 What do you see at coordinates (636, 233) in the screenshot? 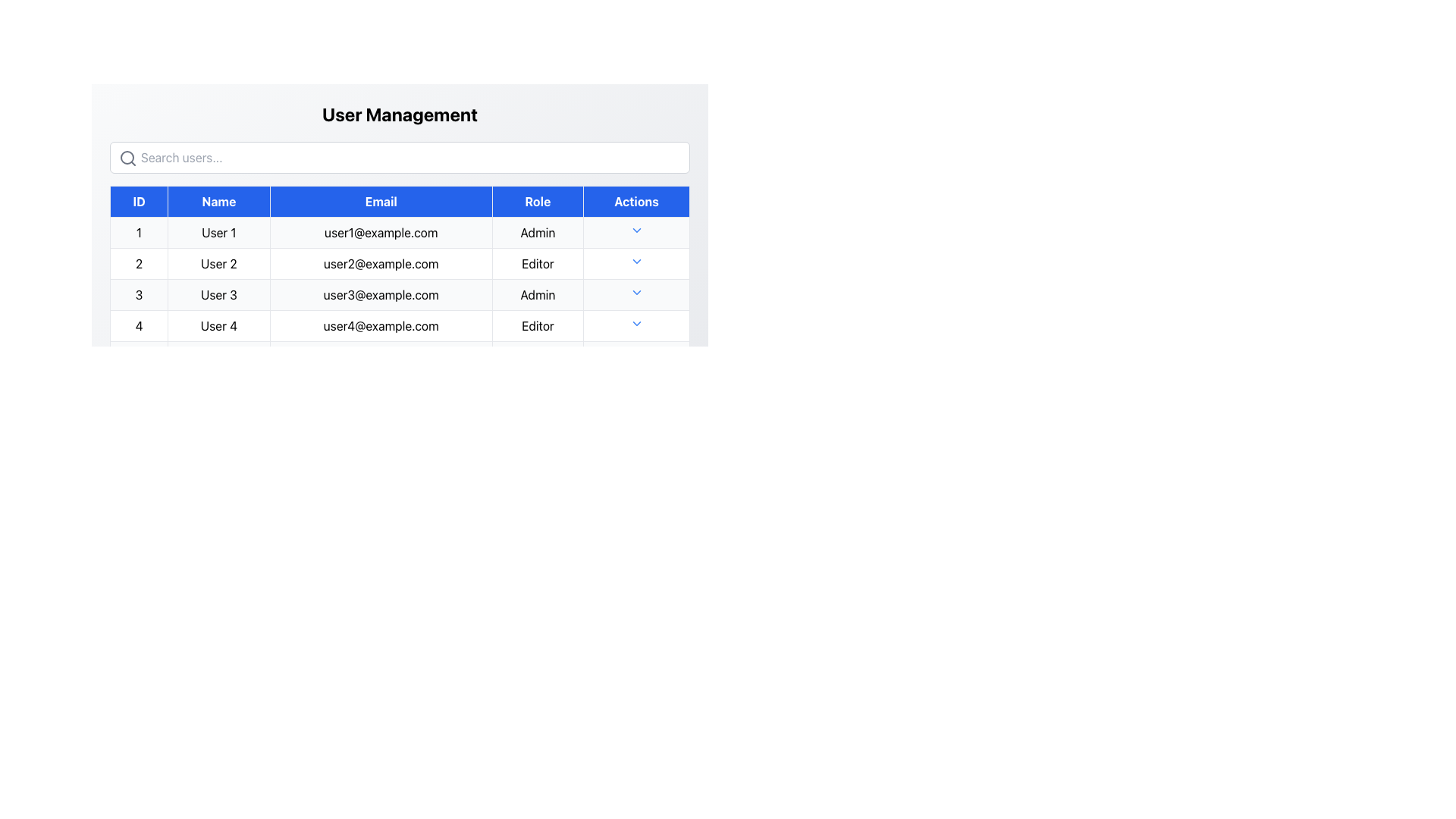
I see `the dropdown button in the 'Actions' column of the first row` at bounding box center [636, 233].